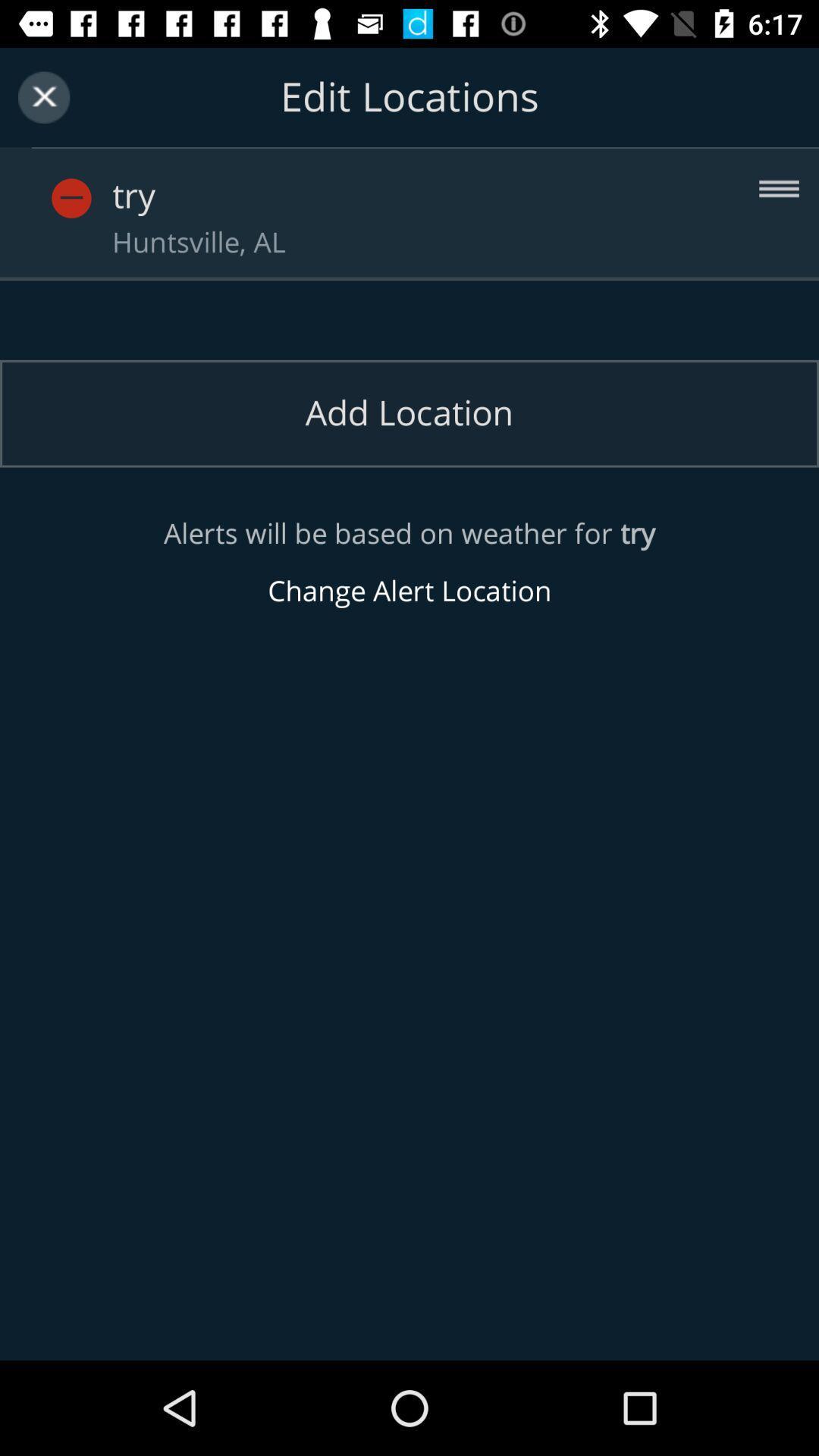  What do you see at coordinates (71, 197) in the screenshot?
I see `remove` at bounding box center [71, 197].